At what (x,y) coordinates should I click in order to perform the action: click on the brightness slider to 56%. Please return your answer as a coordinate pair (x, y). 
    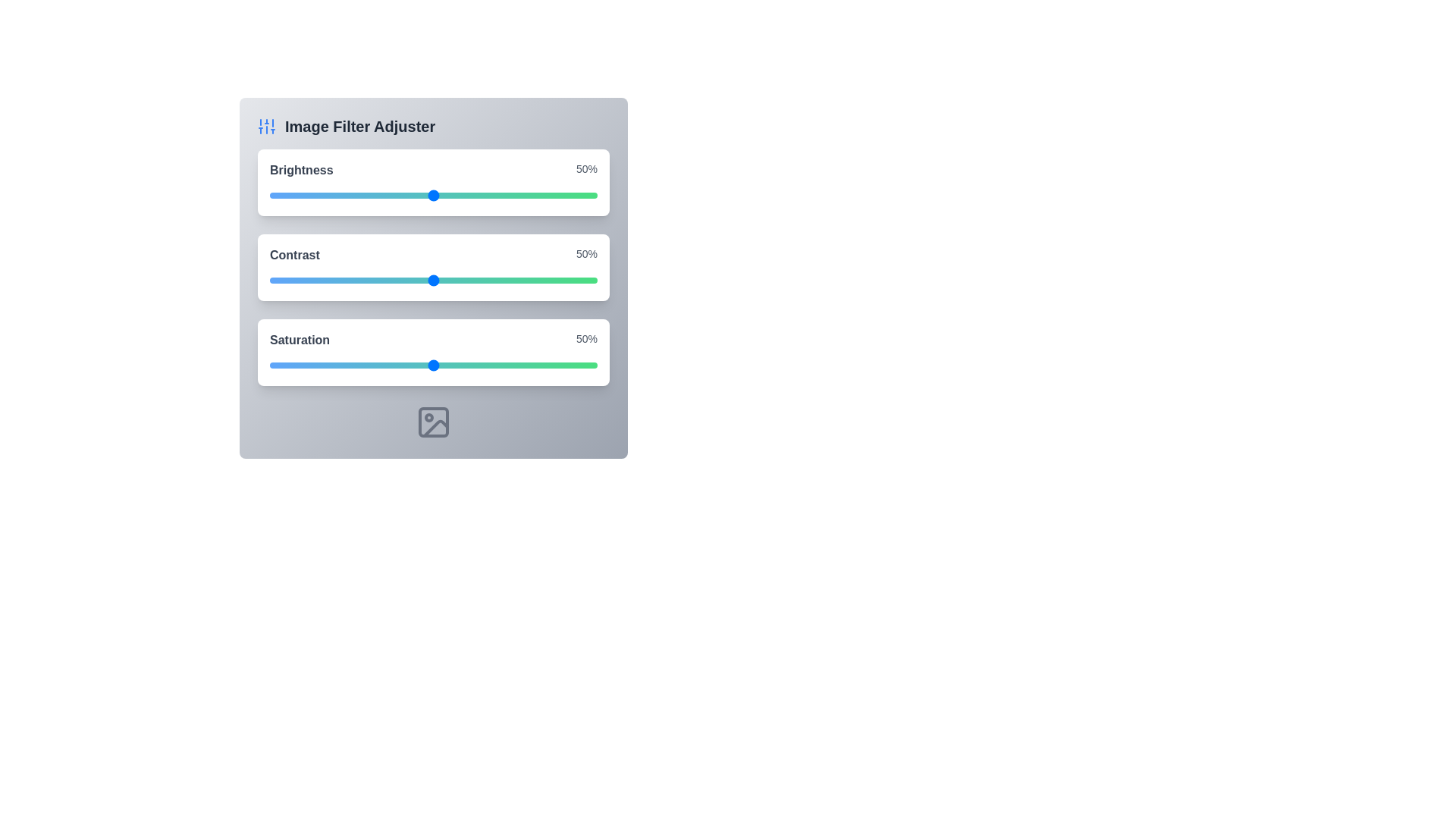
    Looking at the image, I should click on (452, 195).